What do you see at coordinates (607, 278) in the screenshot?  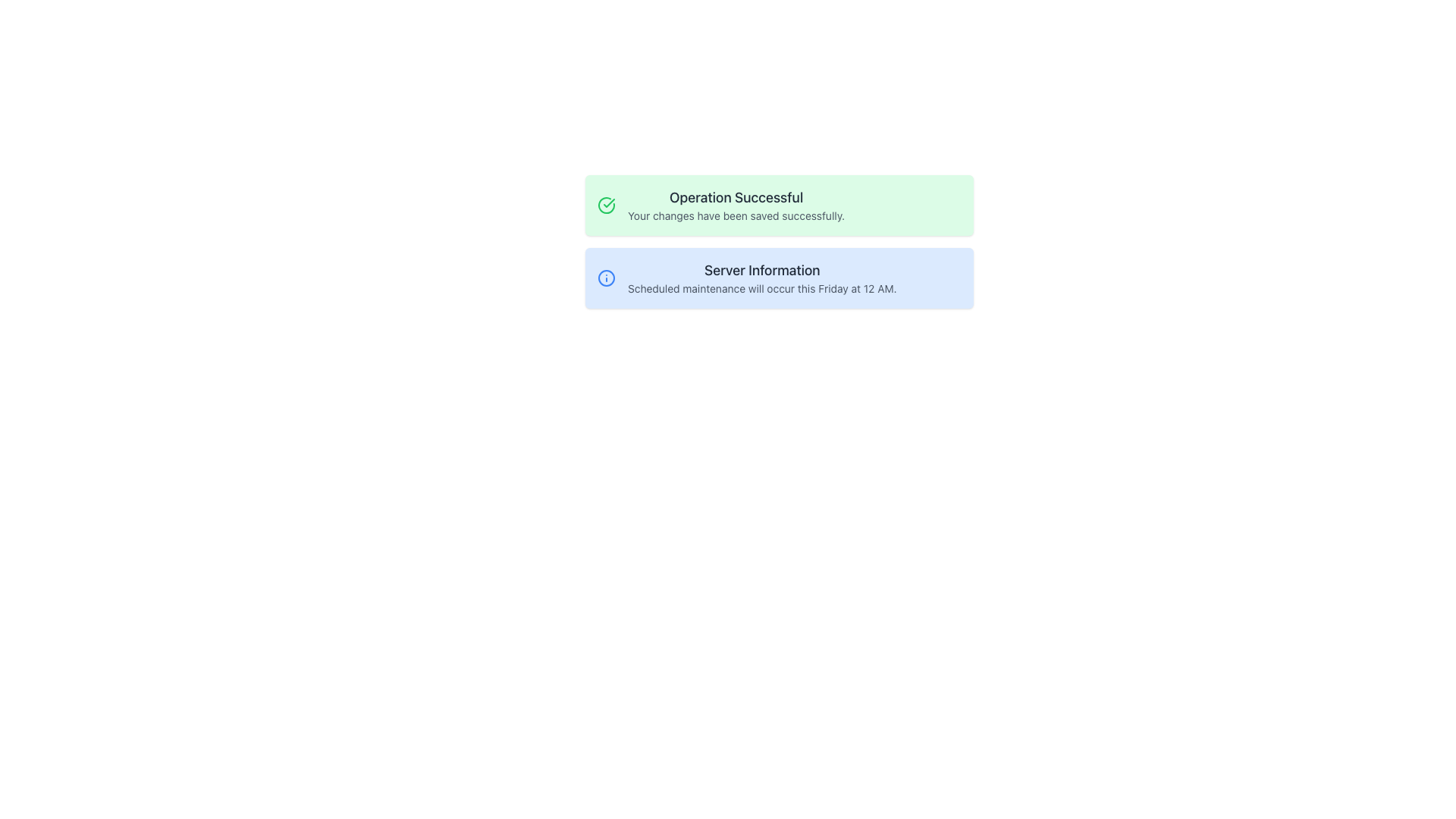 I see `the outer stroke circle of the information icon associated with the 'Server Information' text block` at bounding box center [607, 278].